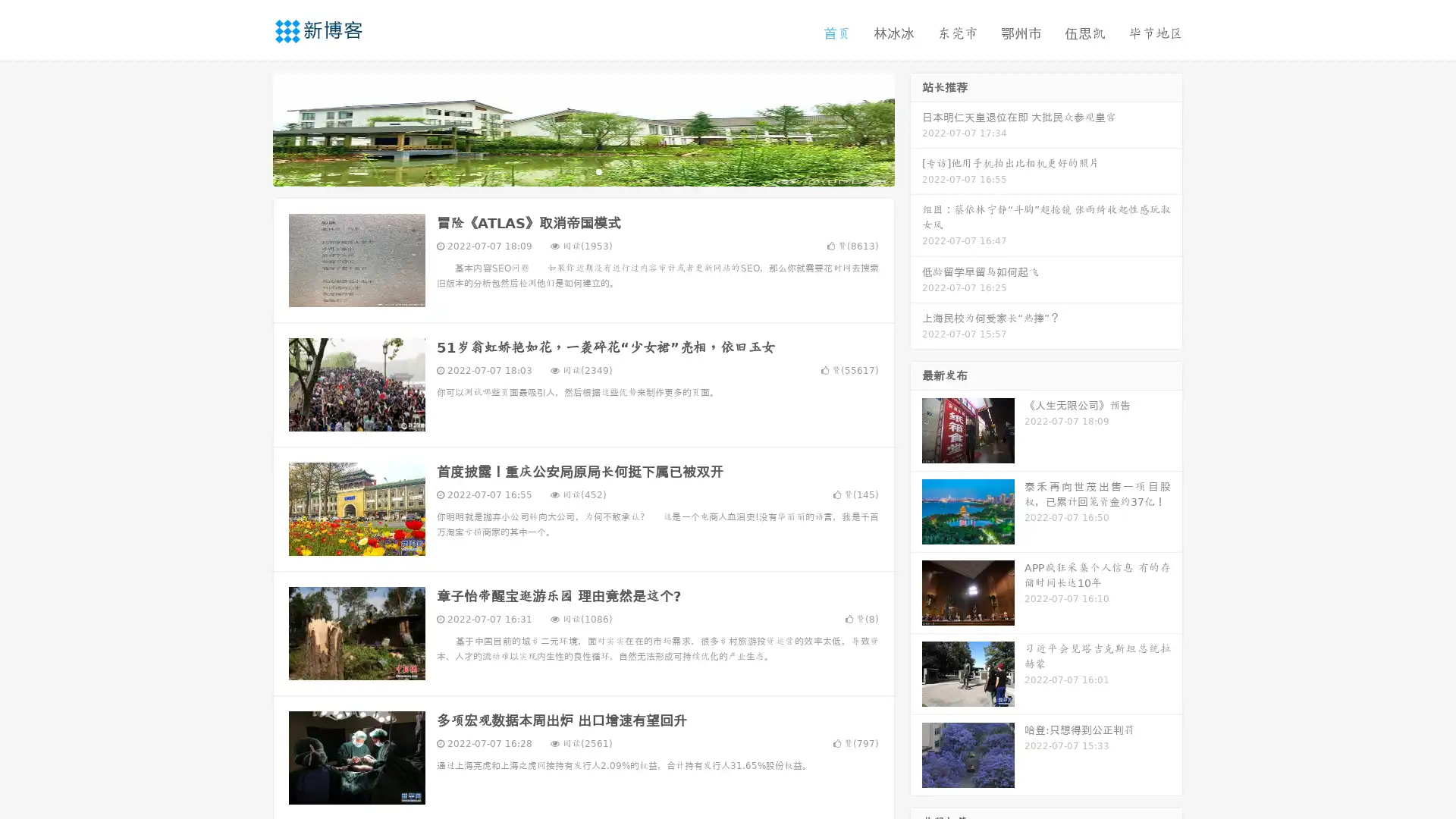  Describe the element at coordinates (250, 127) in the screenshot. I see `Previous slide` at that location.